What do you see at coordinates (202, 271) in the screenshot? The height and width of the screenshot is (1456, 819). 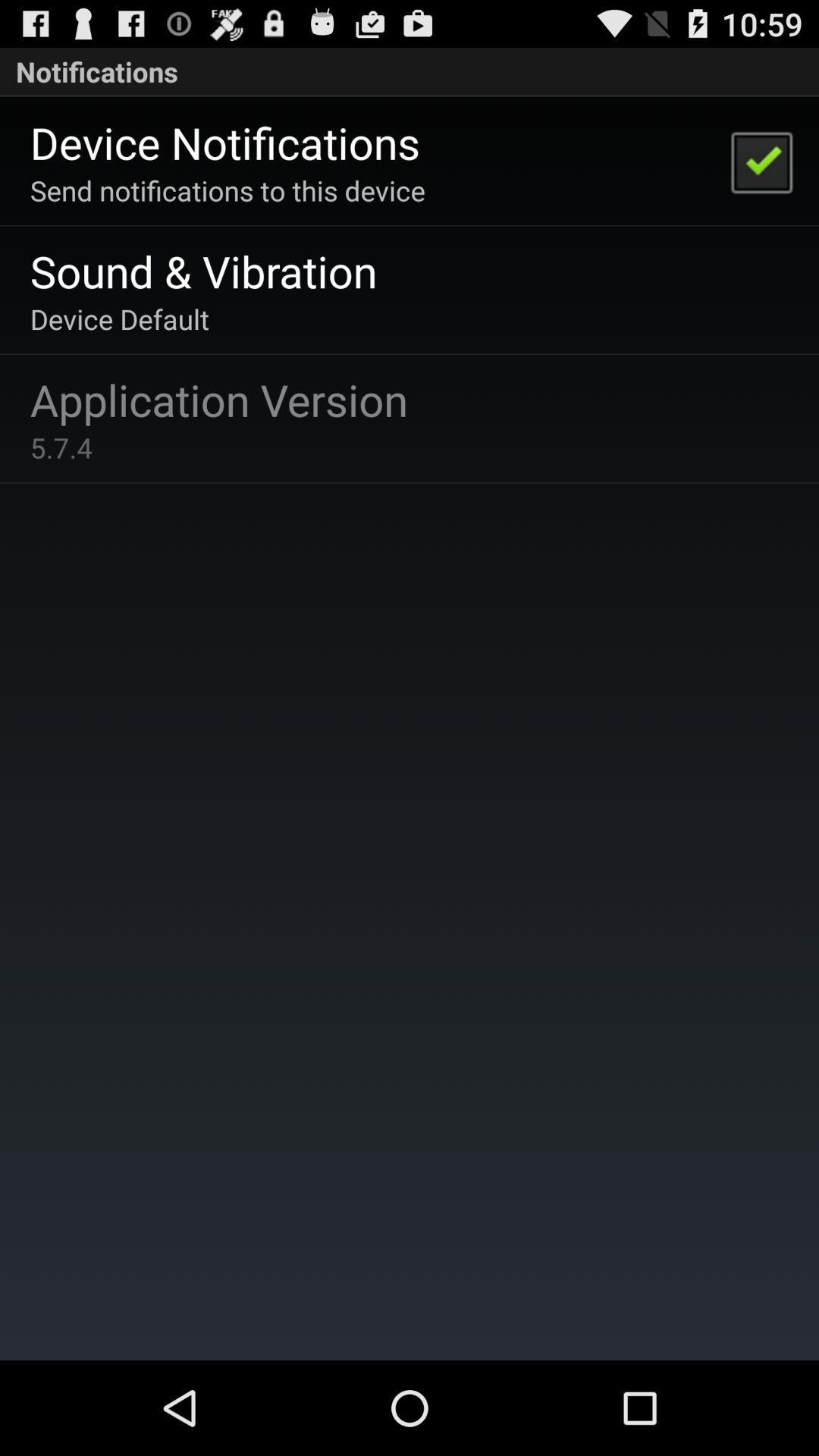 I see `the sound & vibration icon` at bounding box center [202, 271].